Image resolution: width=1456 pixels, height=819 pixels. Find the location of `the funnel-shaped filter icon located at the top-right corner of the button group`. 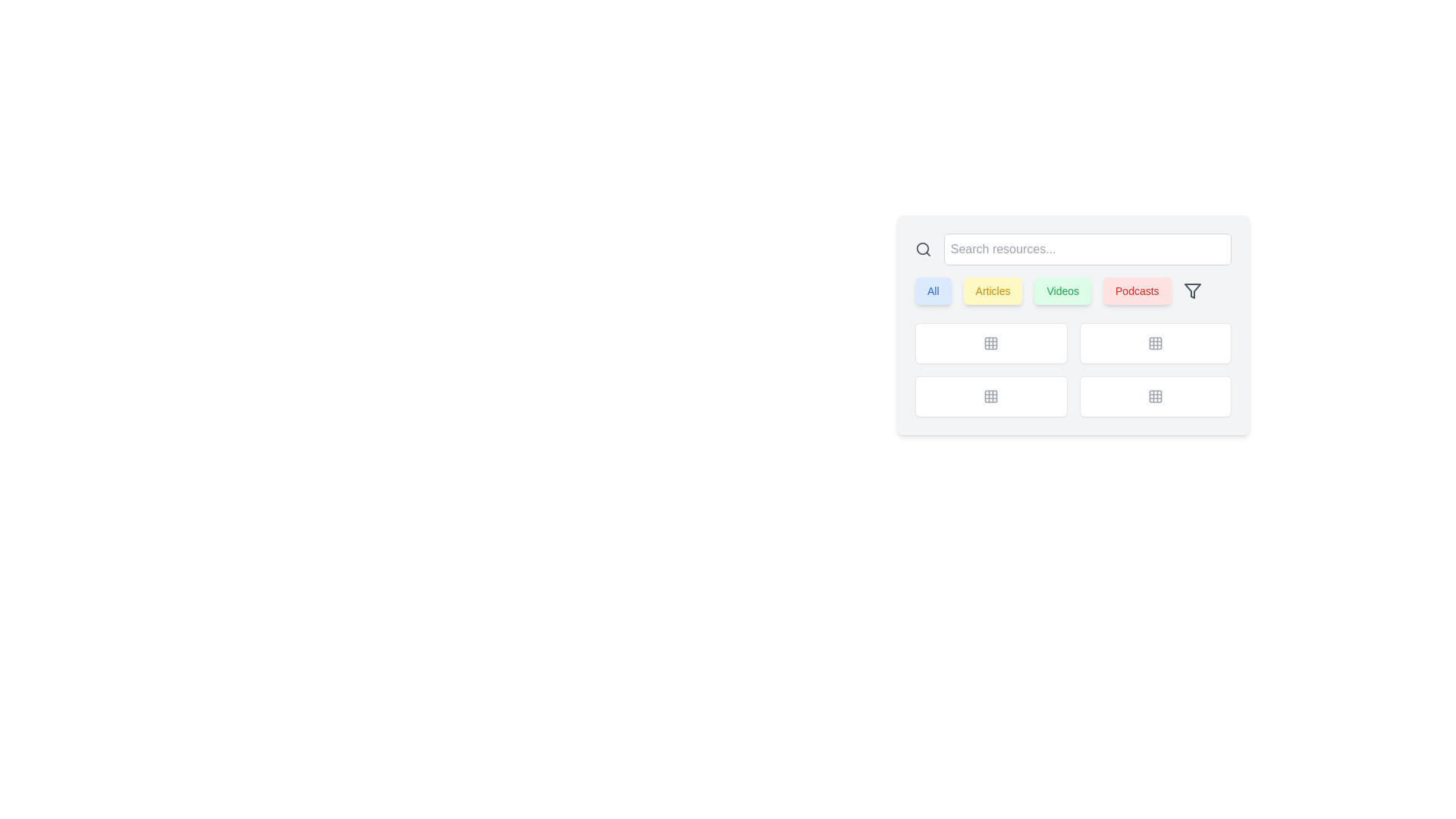

the funnel-shaped filter icon located at the top-right corner of the button group is located at coordinates (1191, 291).